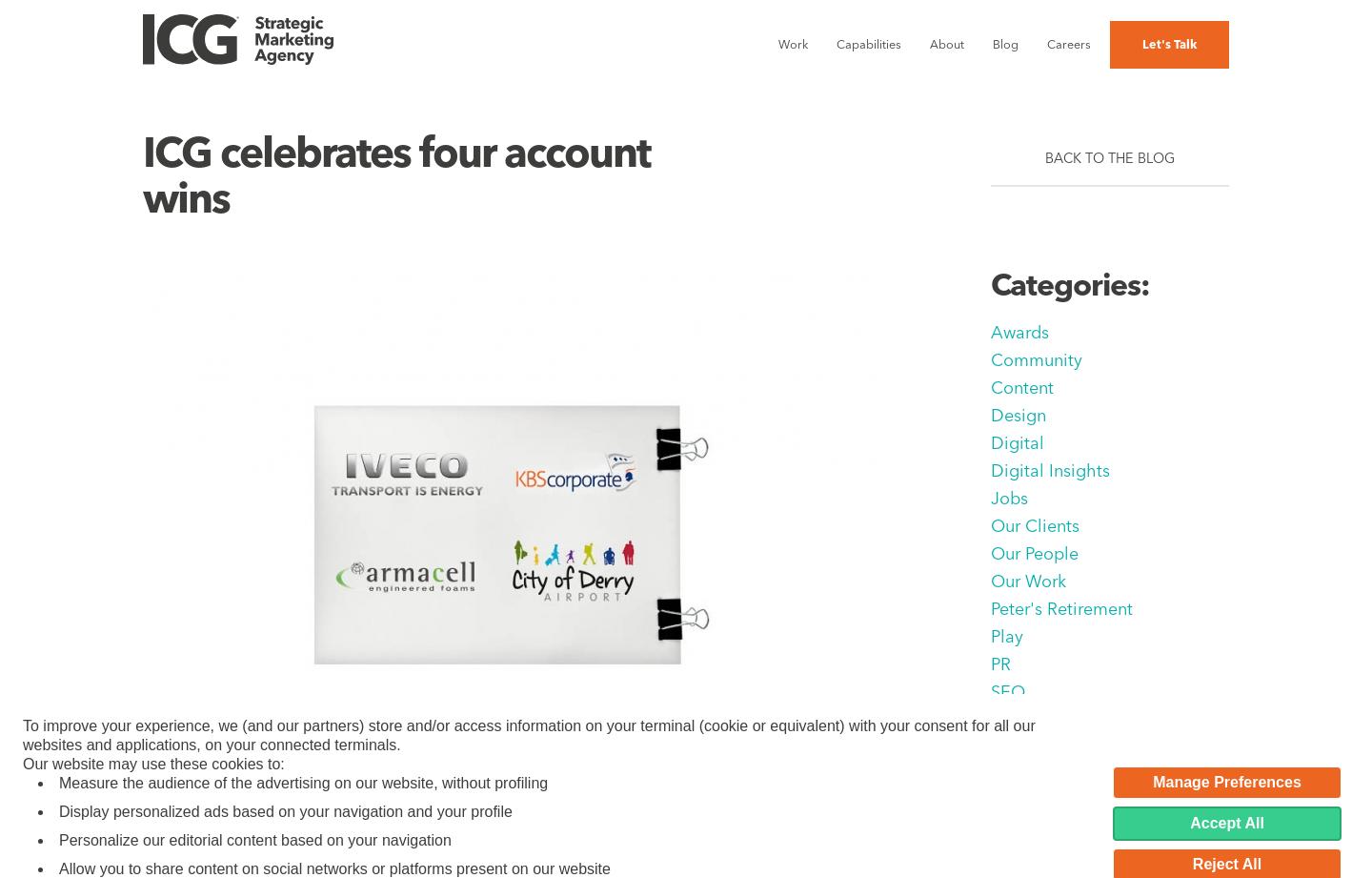  What do you see at coordinates (225, 854) in the screenshot?
I see `'26 May 2011'` at bounding box center [225, 854].